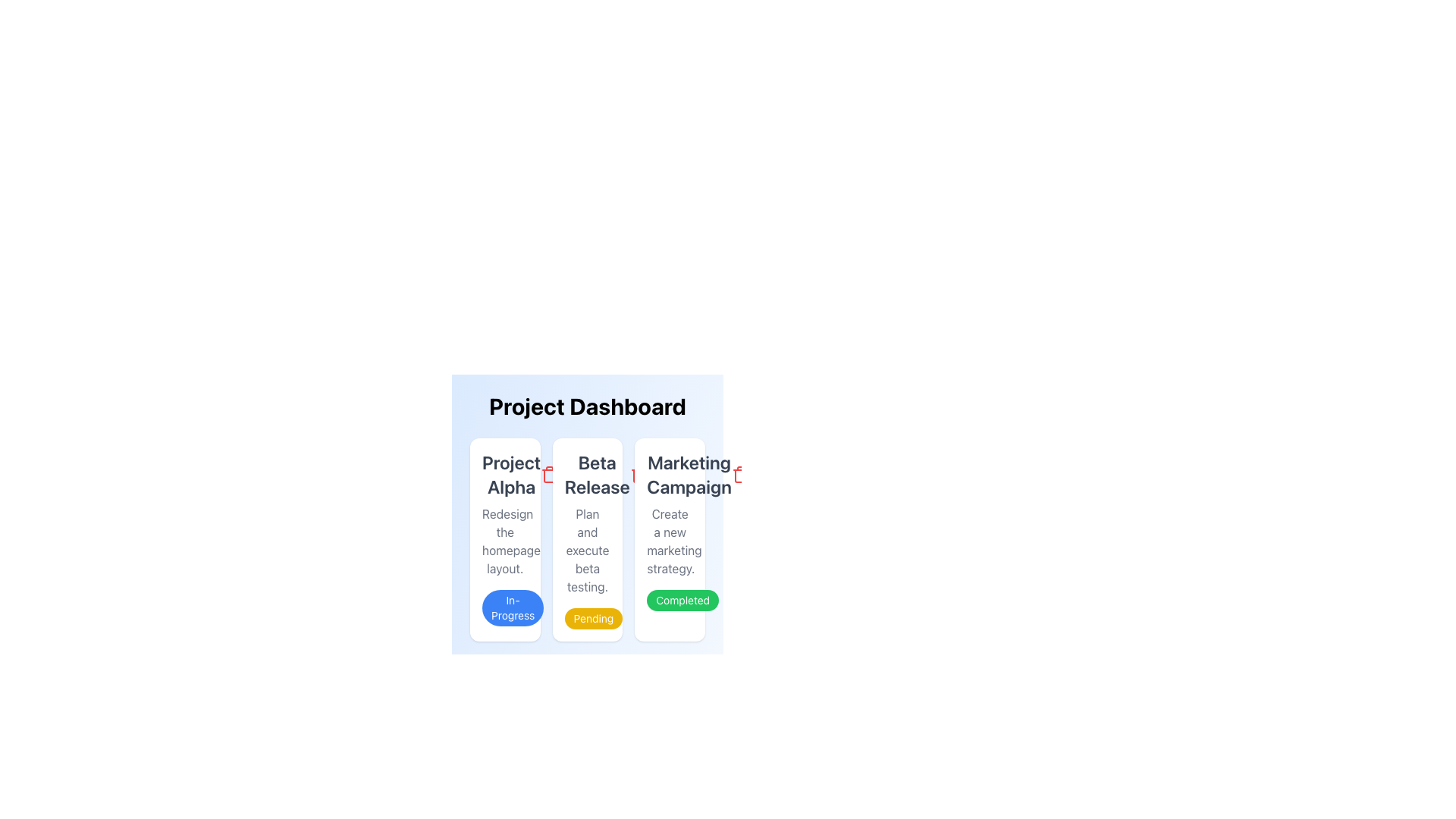 This screenshot has height=819, width=1456. What do you see at coordinates (586, 539) in the screenshot?
I see `the 'Pending' button located at the bottom of the 'Beta Release' Display Card, which has a white background and a semi-rounded border` at bounding box center [586, 539].